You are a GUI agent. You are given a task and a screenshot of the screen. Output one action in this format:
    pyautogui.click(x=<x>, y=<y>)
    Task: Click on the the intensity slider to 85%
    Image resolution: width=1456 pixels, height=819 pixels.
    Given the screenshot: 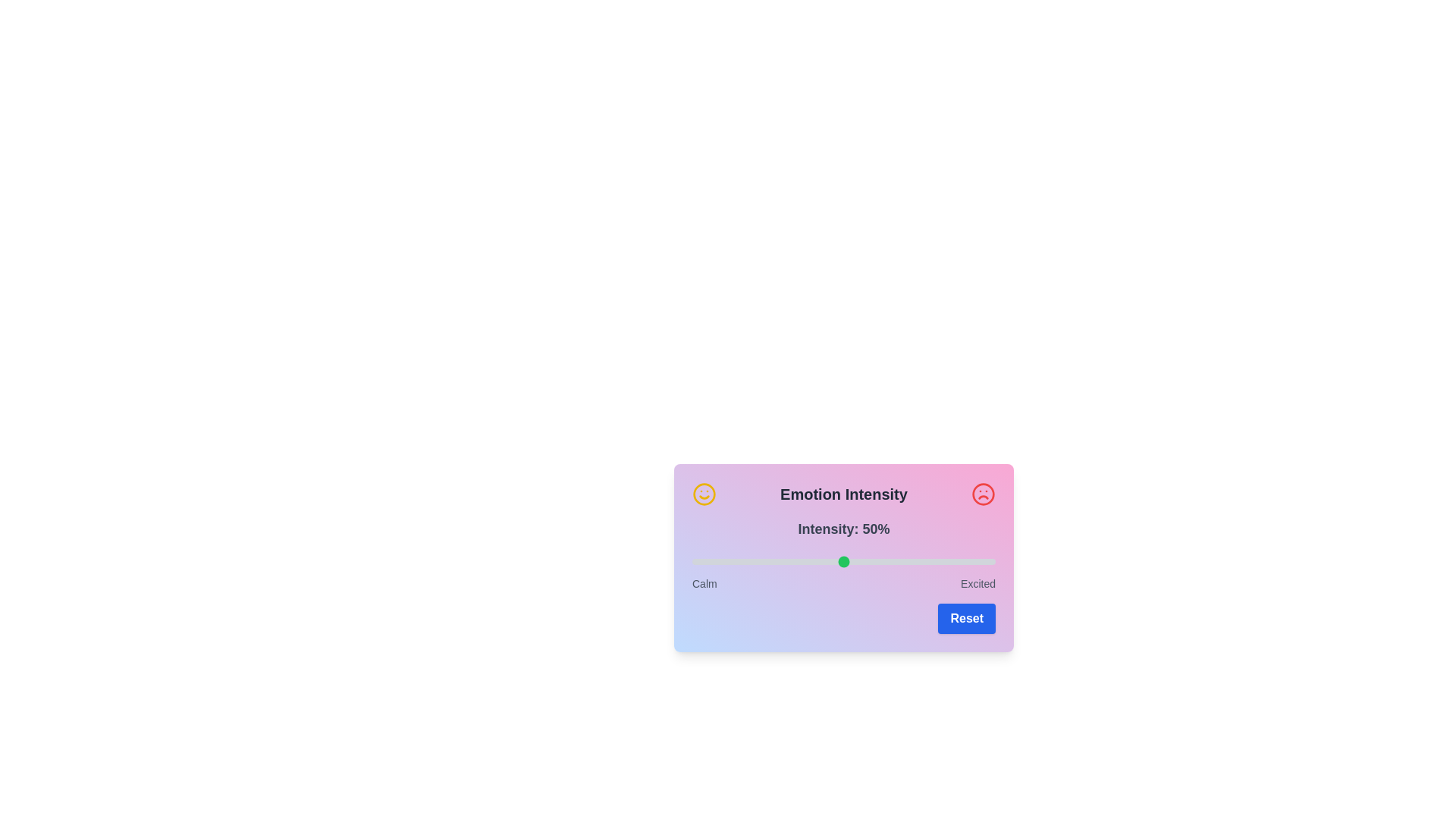 What is the action you would take?
    pyautogui.click(x=949, y=561)
    